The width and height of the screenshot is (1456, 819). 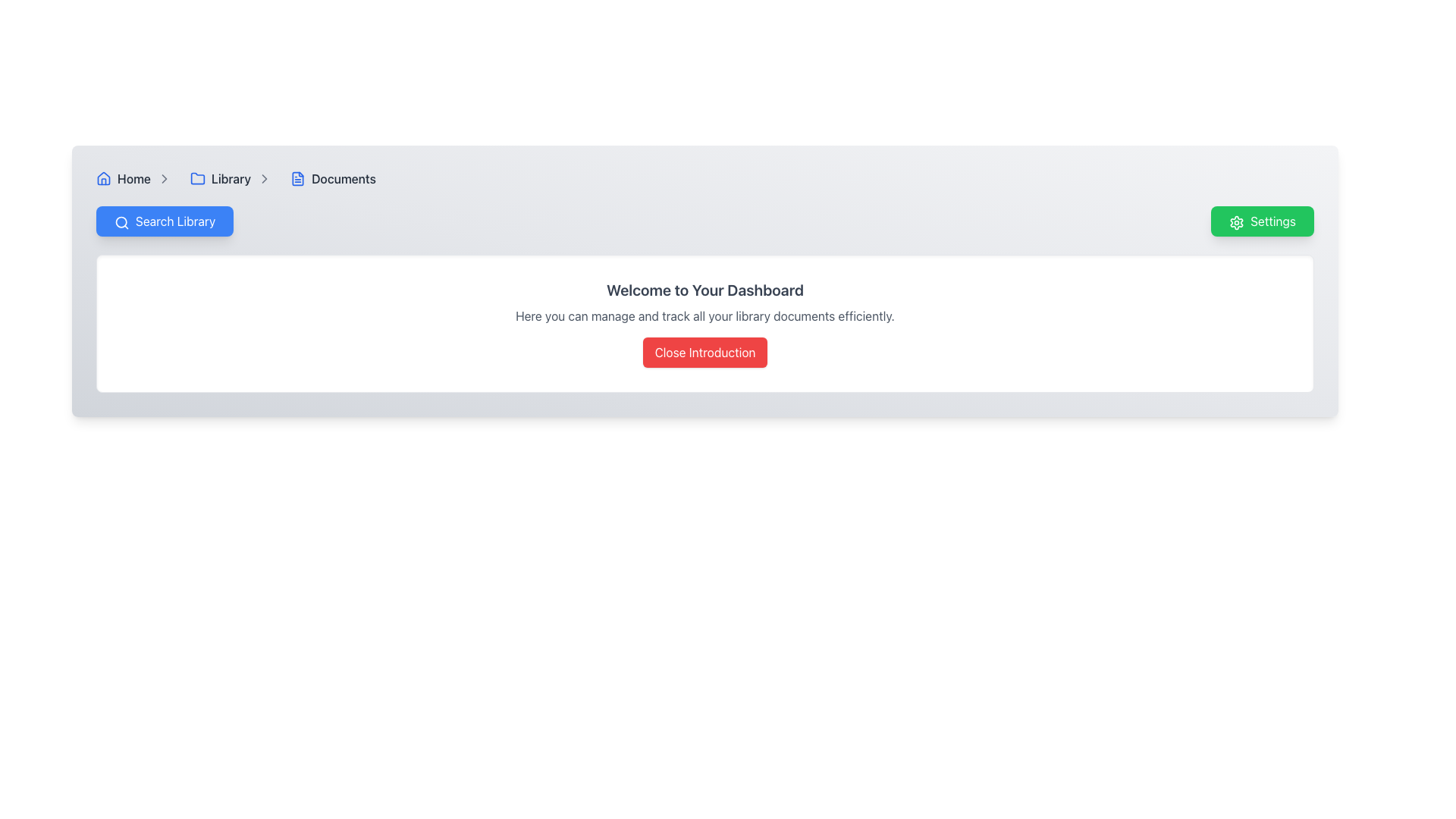 I want to click on the icon representing the Library section, so click(x=196, y=177).